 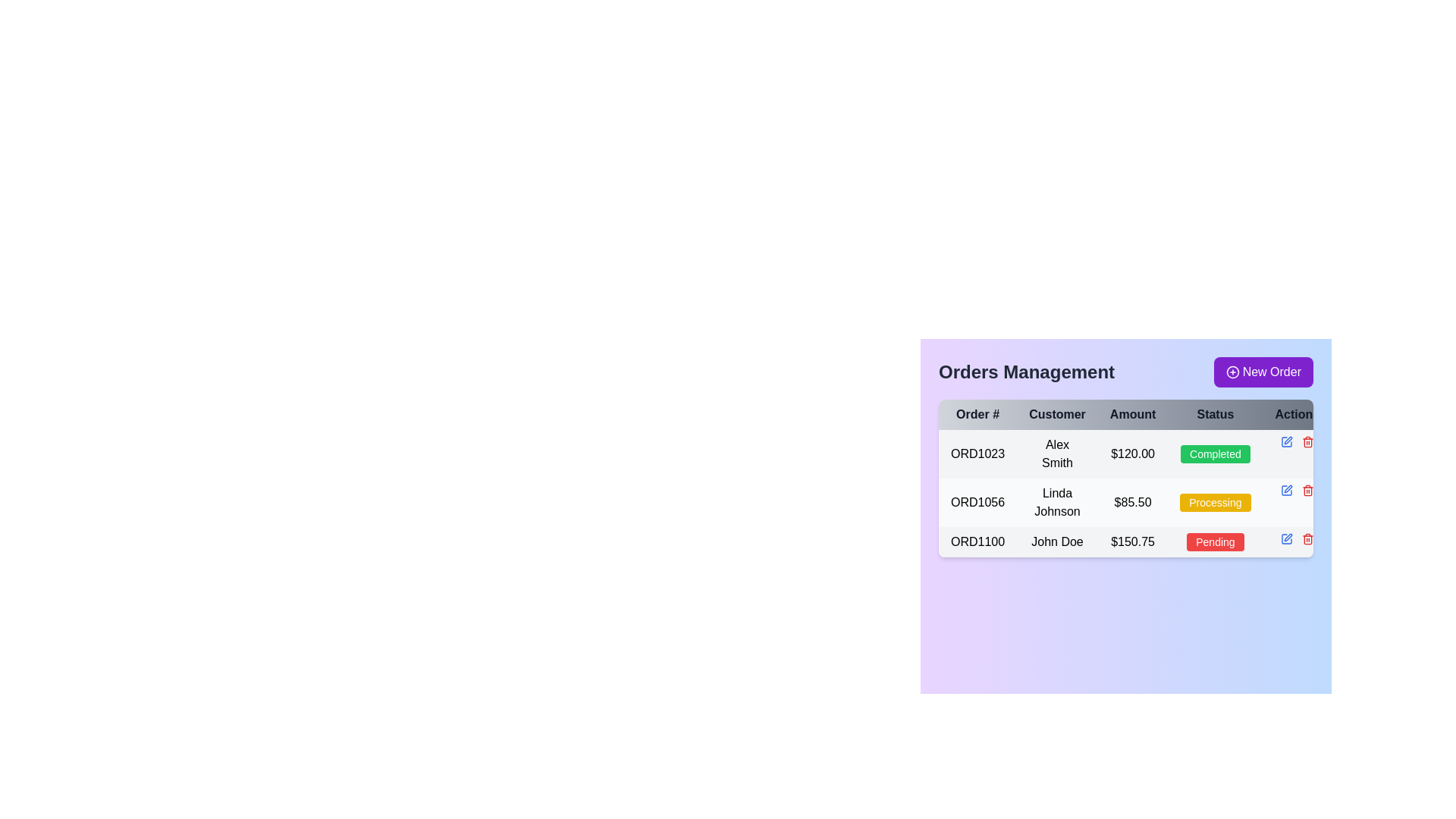 What do you see at coordinates (1215, 541) in the screenshot?
I see `the rectangular badge with a red background and white text reading 'Pending' that is located in the 'Status' column for the order 'ORD1100 / John Doe / $150.75'` at bounding box center [1215, 541].